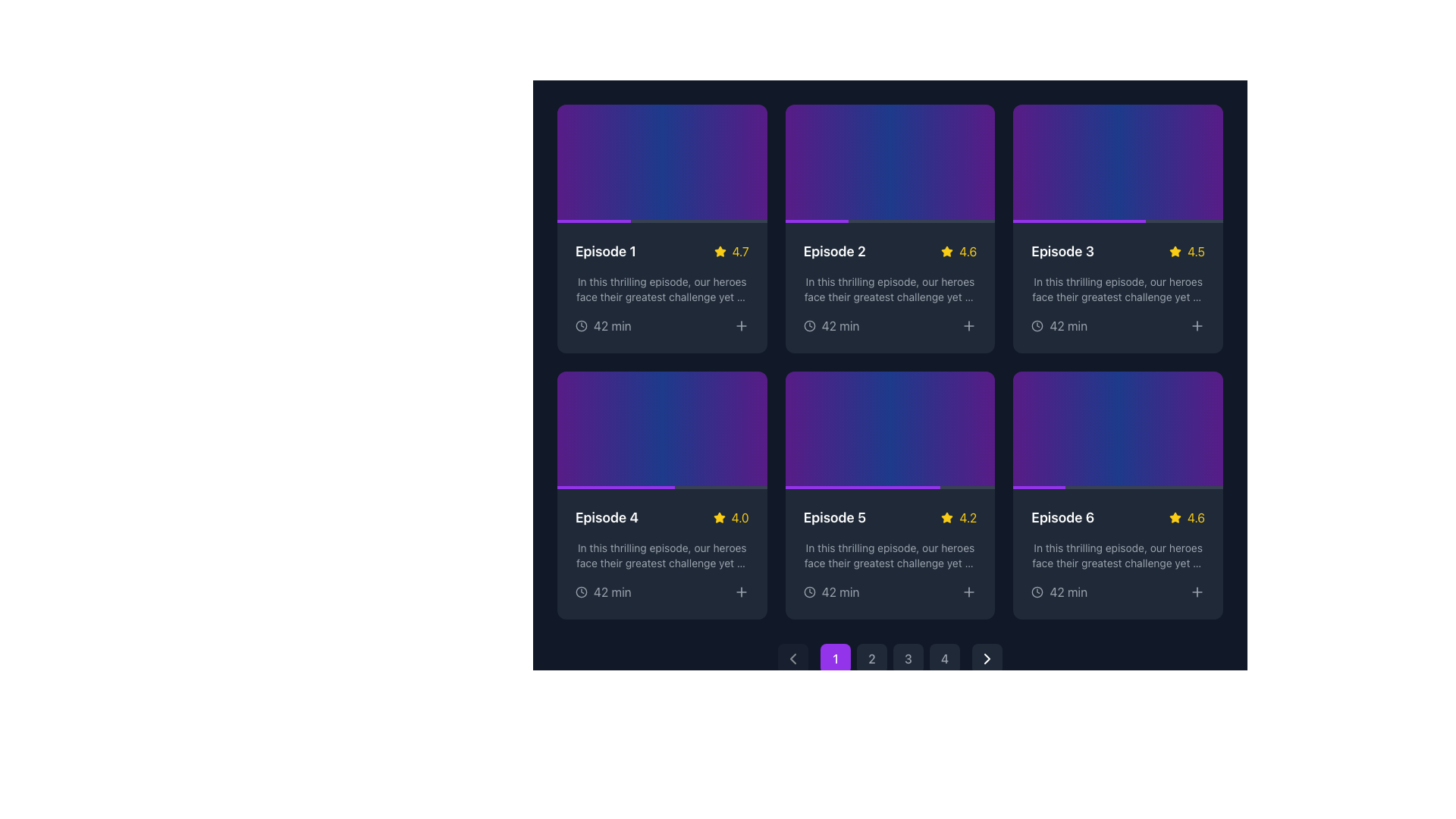 The height and width of the screenshot is (819, 1456). Describe the element at coordinates (718, 517) in the screenshot. I see `the Star icon representing a rating of '4.0' for 'Episode 4', located in the second row, first column of the grid layout, immediately to the left of the text '4.0'` at that location.